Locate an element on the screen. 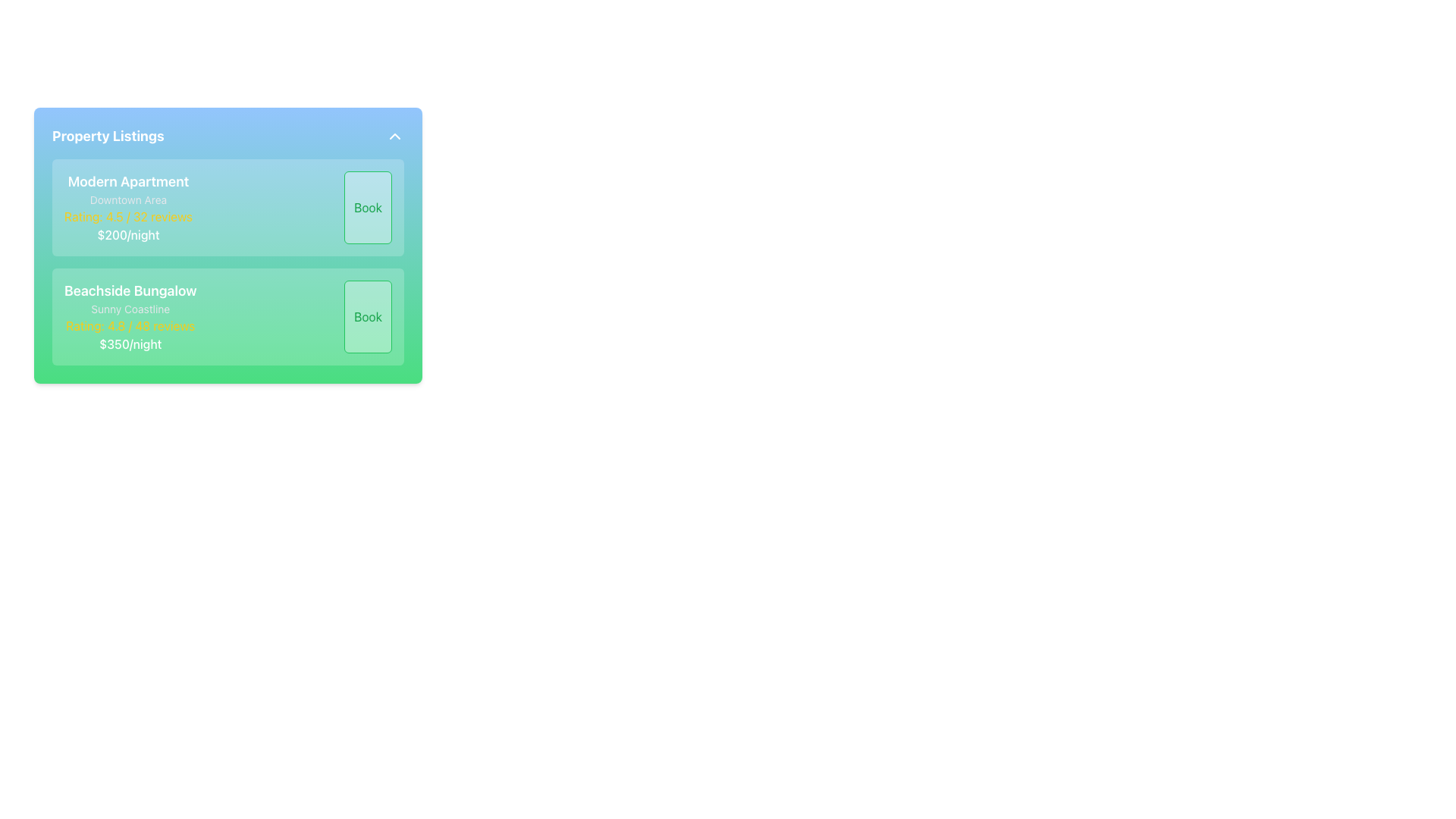  the text label 'Beachside Bungalow' which is displayed in a large, bold font with white color on a green background, located at the top of its property listing card is located at coordinates (130, 291).